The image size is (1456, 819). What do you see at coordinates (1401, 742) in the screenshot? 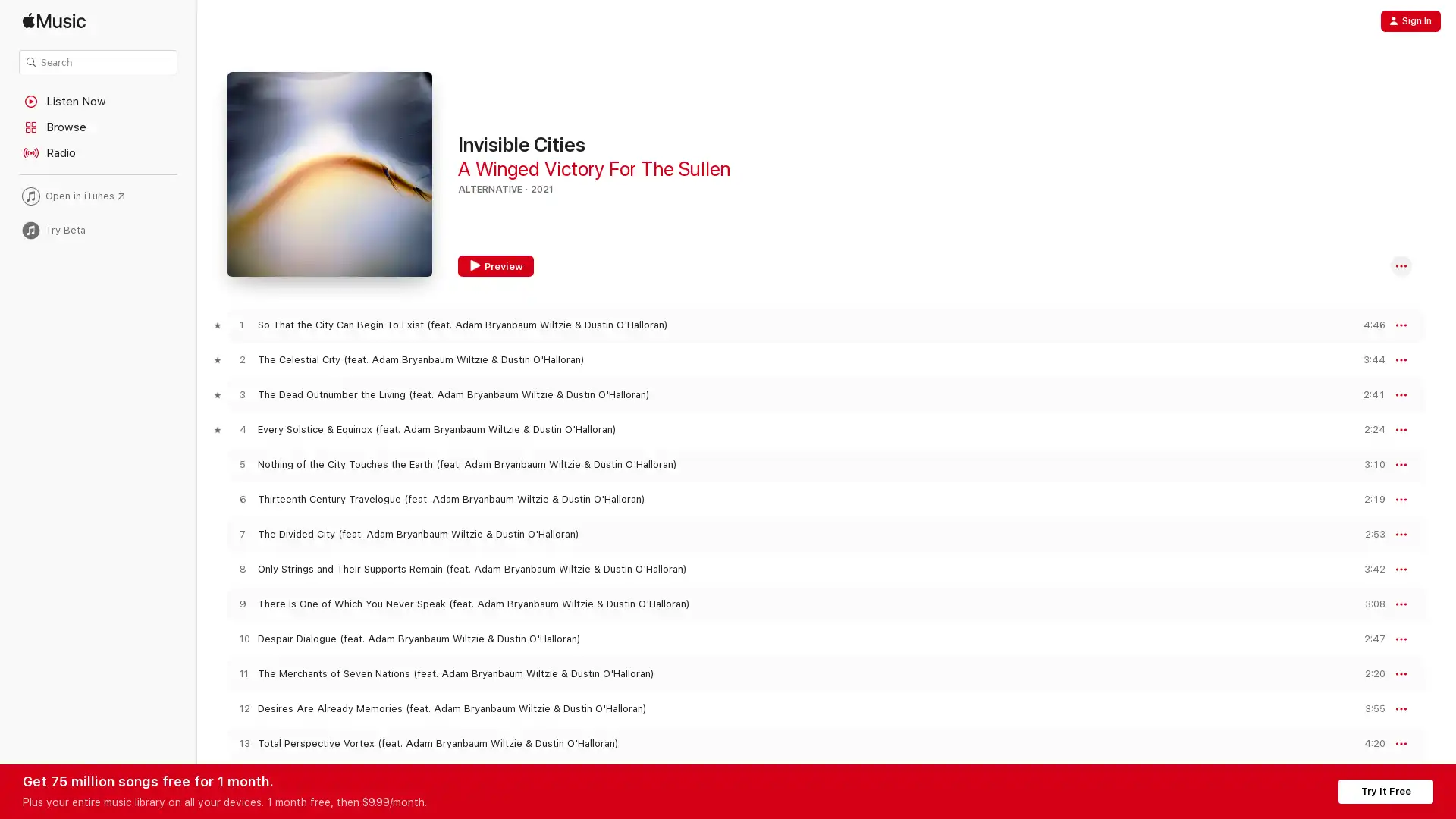
I see `More` at bounding box center [1401, 742].